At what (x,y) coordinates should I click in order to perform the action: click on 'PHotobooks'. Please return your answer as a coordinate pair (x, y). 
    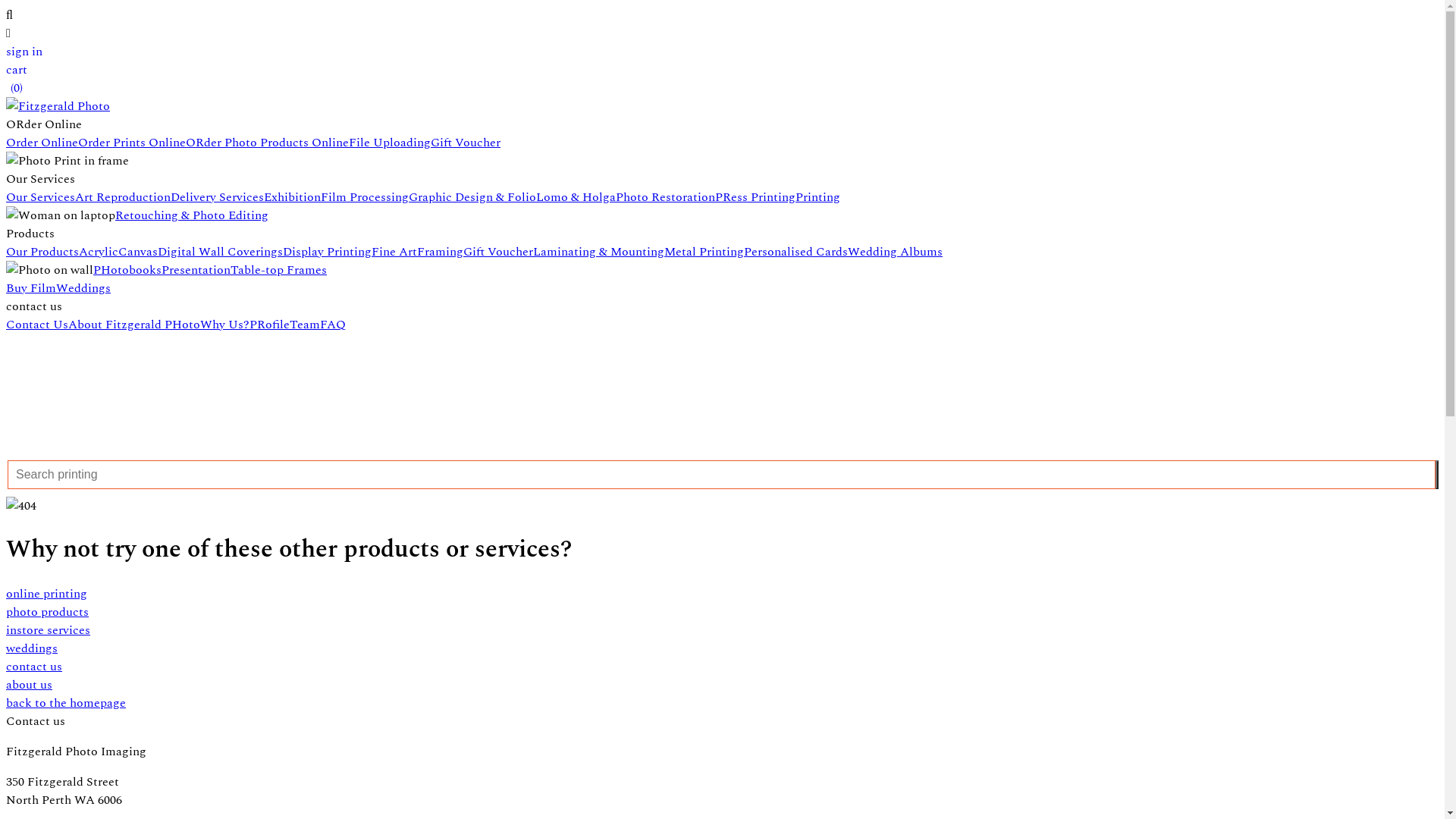
    Looking at the image, I should click on (127, 268).